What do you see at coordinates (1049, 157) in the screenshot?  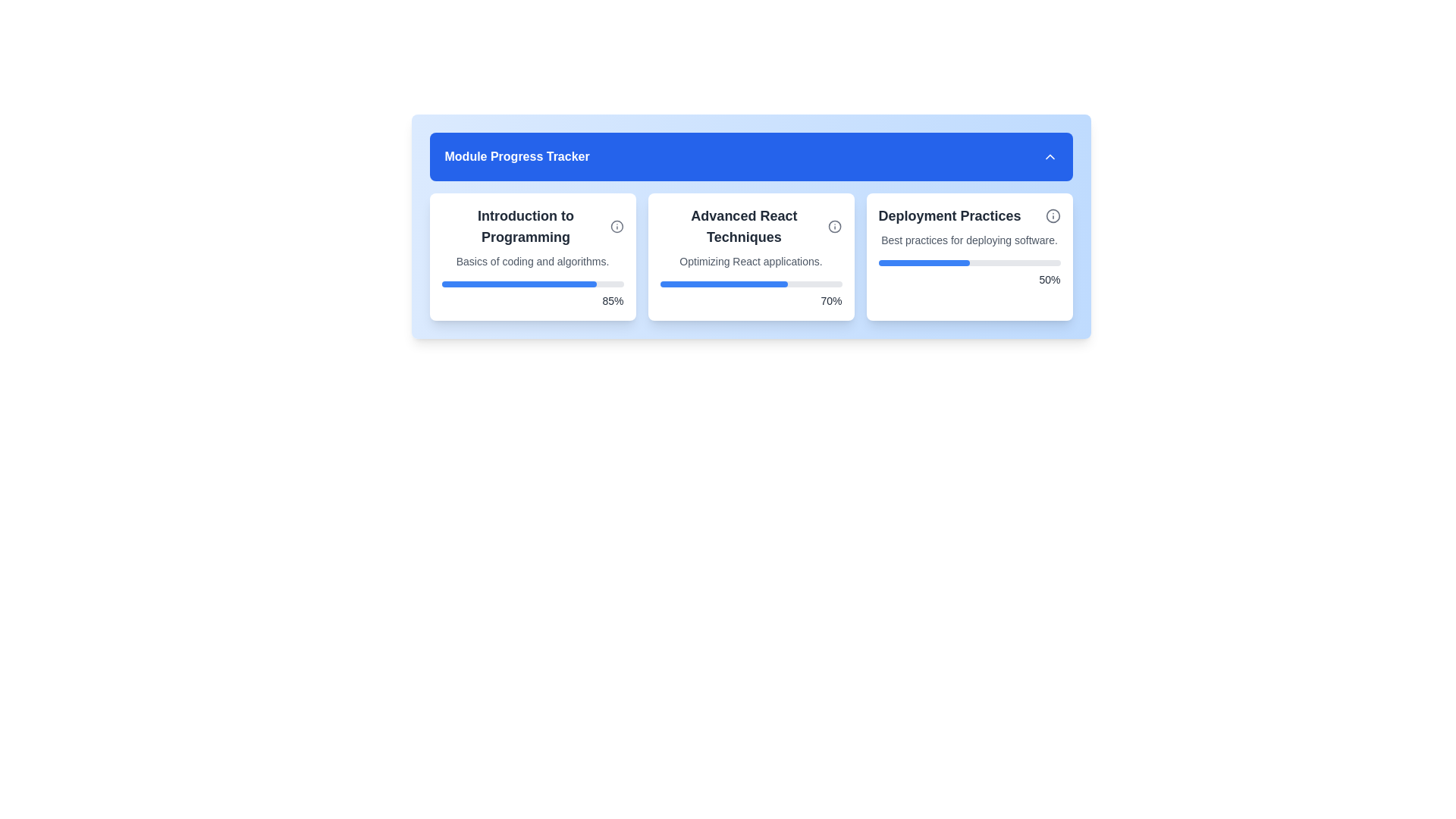 I see `the upward-pointing chevron icon located in the rightmost portion of the header bar labeled 'Module Progress Tracker'` at bounding box center [1049, 157].